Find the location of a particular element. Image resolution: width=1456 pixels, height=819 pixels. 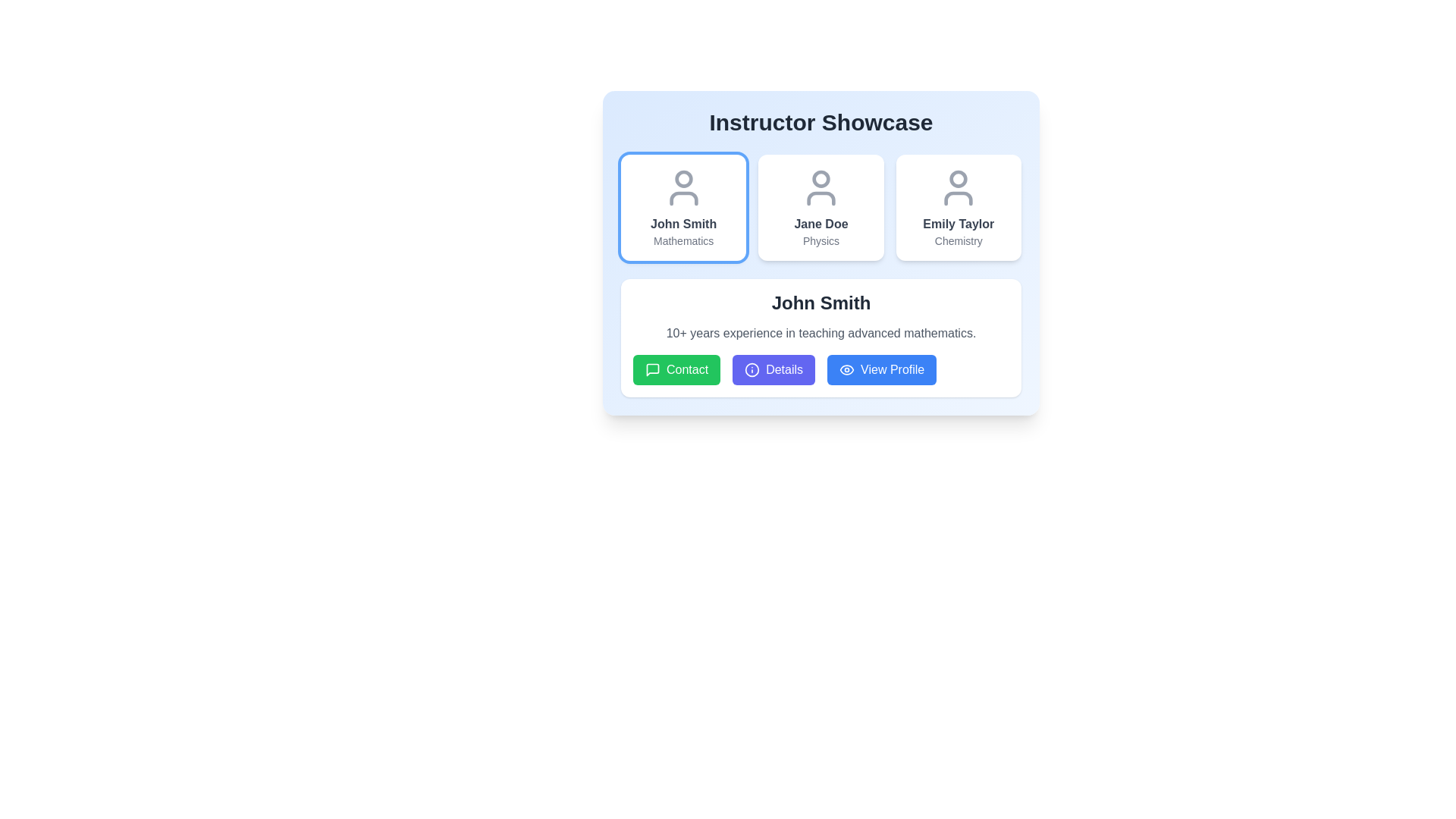

the topmost circular component of the third instructor card ('Emily Taylor, Chemistry') within the SVG icon is located at coordinates (958, 178).